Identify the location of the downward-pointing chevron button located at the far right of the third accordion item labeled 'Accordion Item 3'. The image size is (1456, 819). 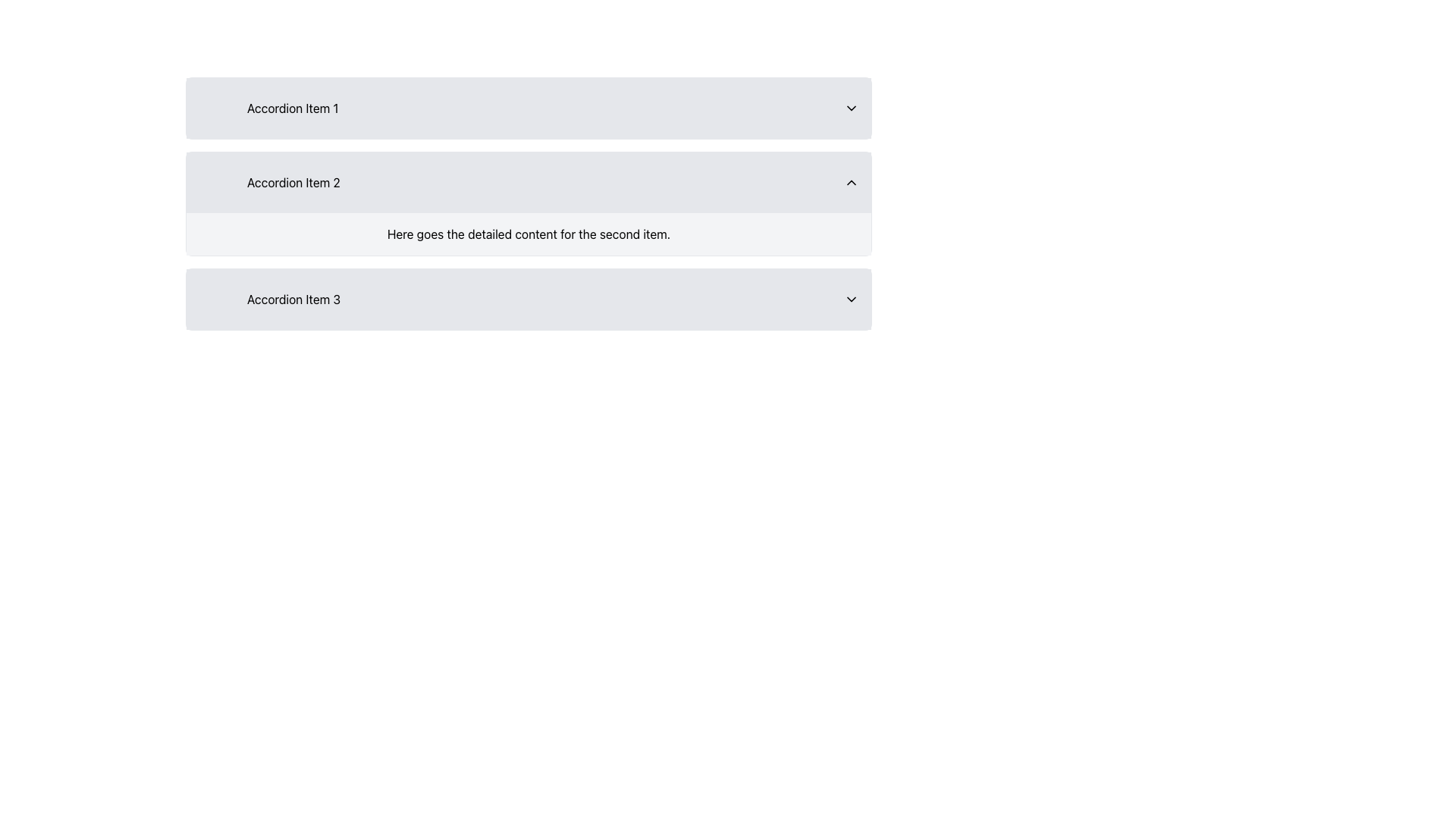
(852, 299).